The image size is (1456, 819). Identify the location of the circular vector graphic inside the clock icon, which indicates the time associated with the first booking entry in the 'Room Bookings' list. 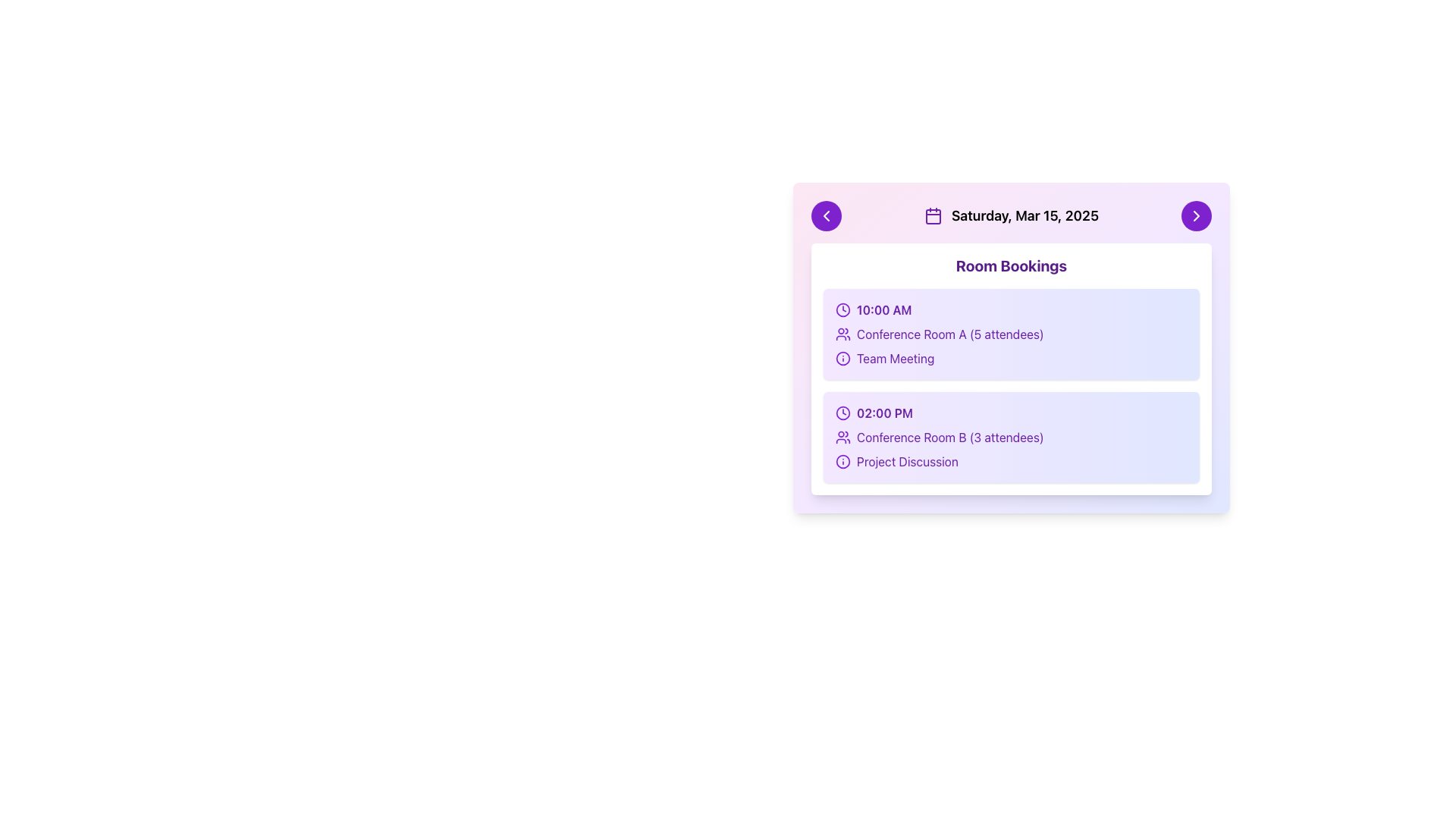
(843, 309).